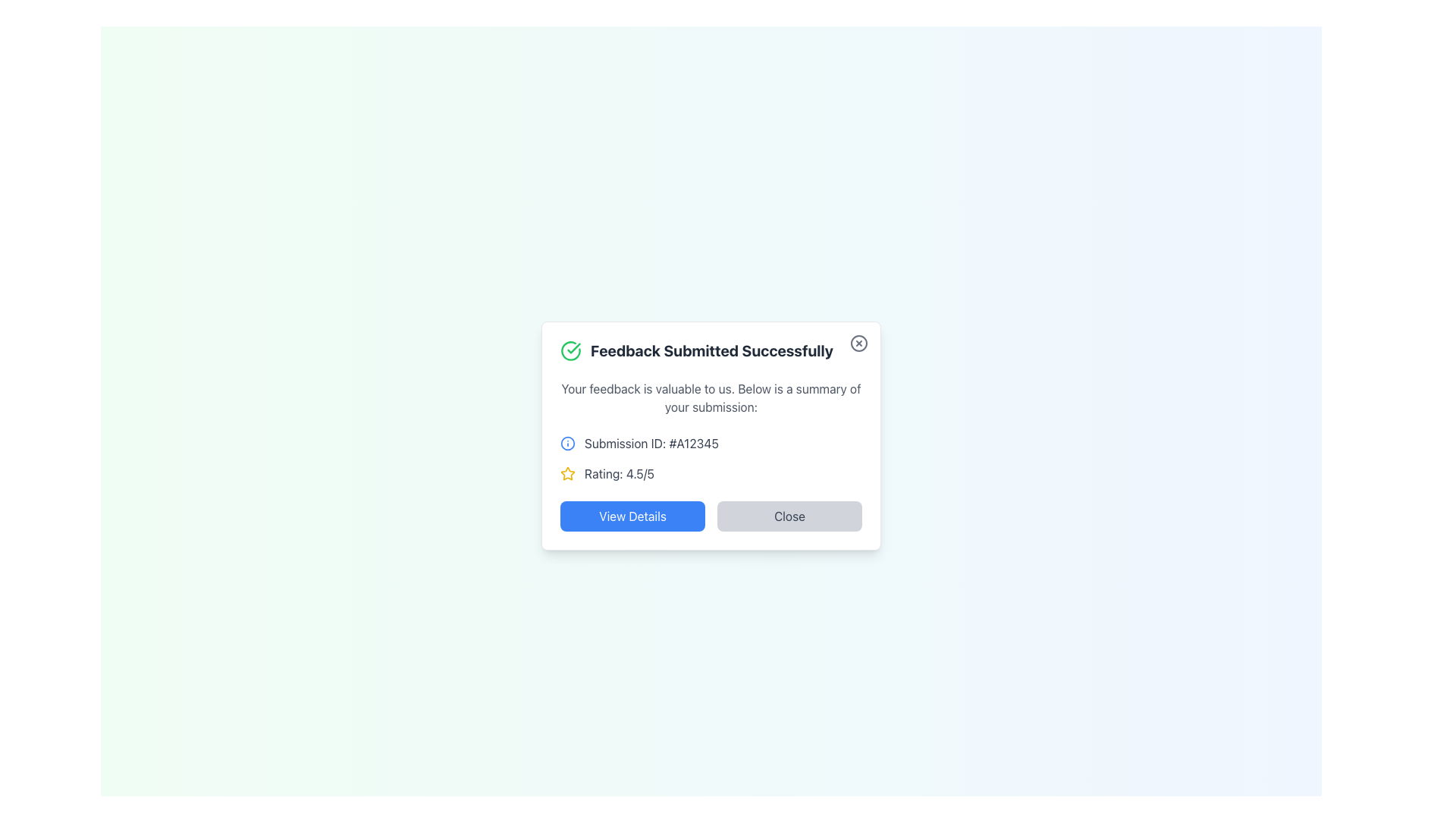  Describe the element at coordinates (710, 444) in the screenshot. I see `the Label with Icon displaying 'Submission ID: #A12345' which includes a blue circular information icon to its left and is centrally located in a modal popup` at that location.